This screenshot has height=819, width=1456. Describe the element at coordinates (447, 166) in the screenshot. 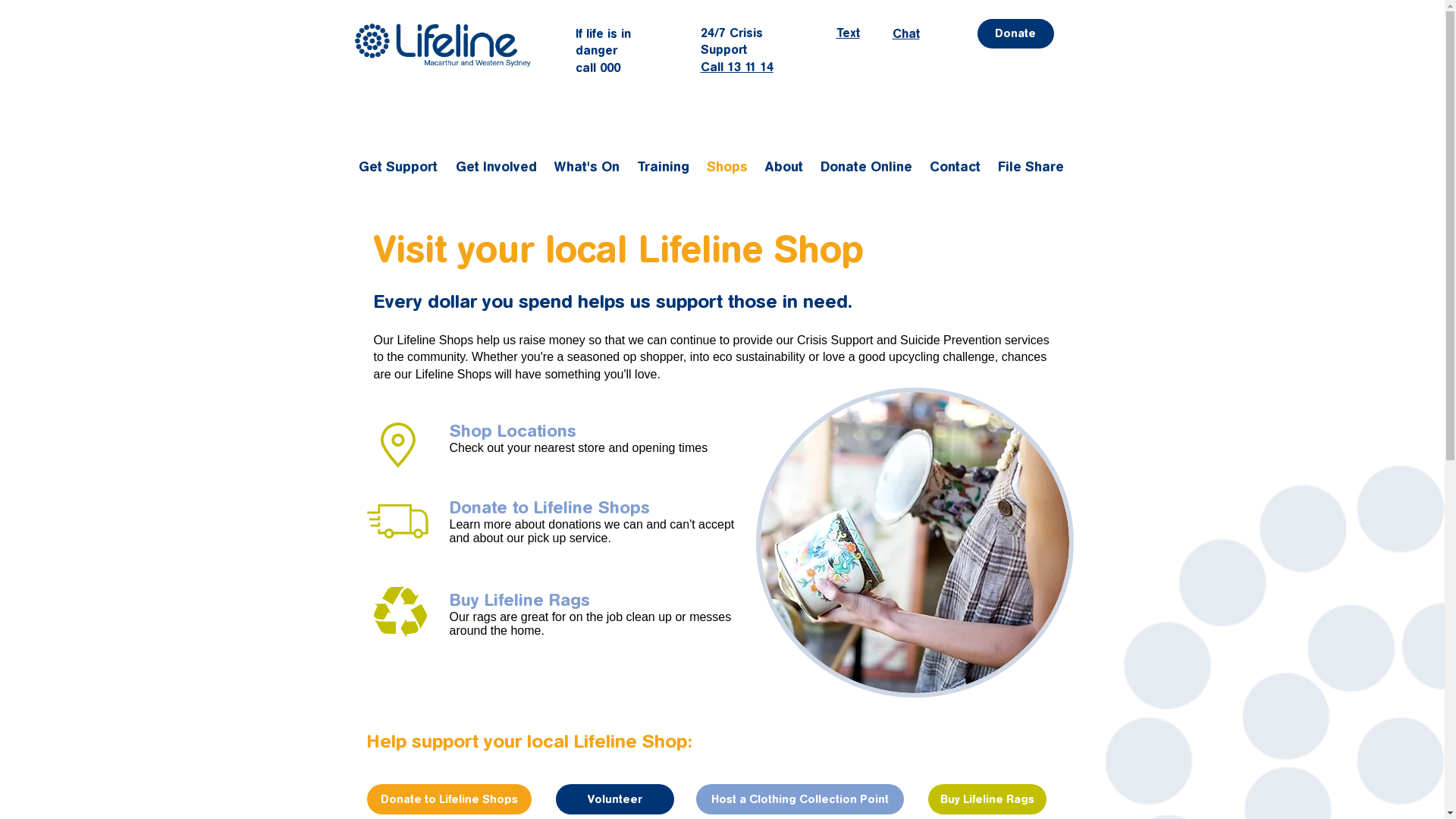

I see `'Get Involved'` at that location.